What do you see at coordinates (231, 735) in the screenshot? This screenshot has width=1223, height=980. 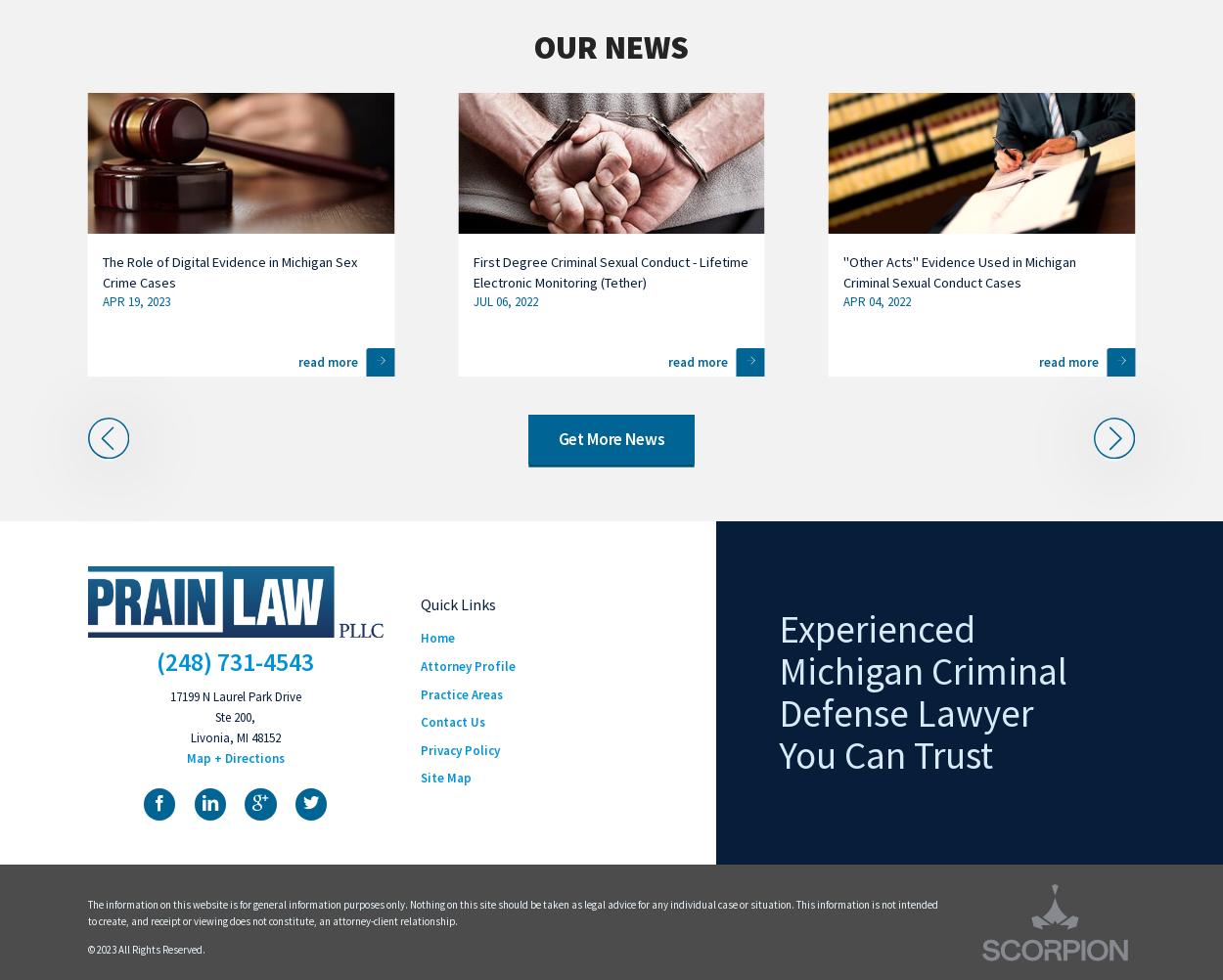 I see `','` at bounding box center [231, 735].